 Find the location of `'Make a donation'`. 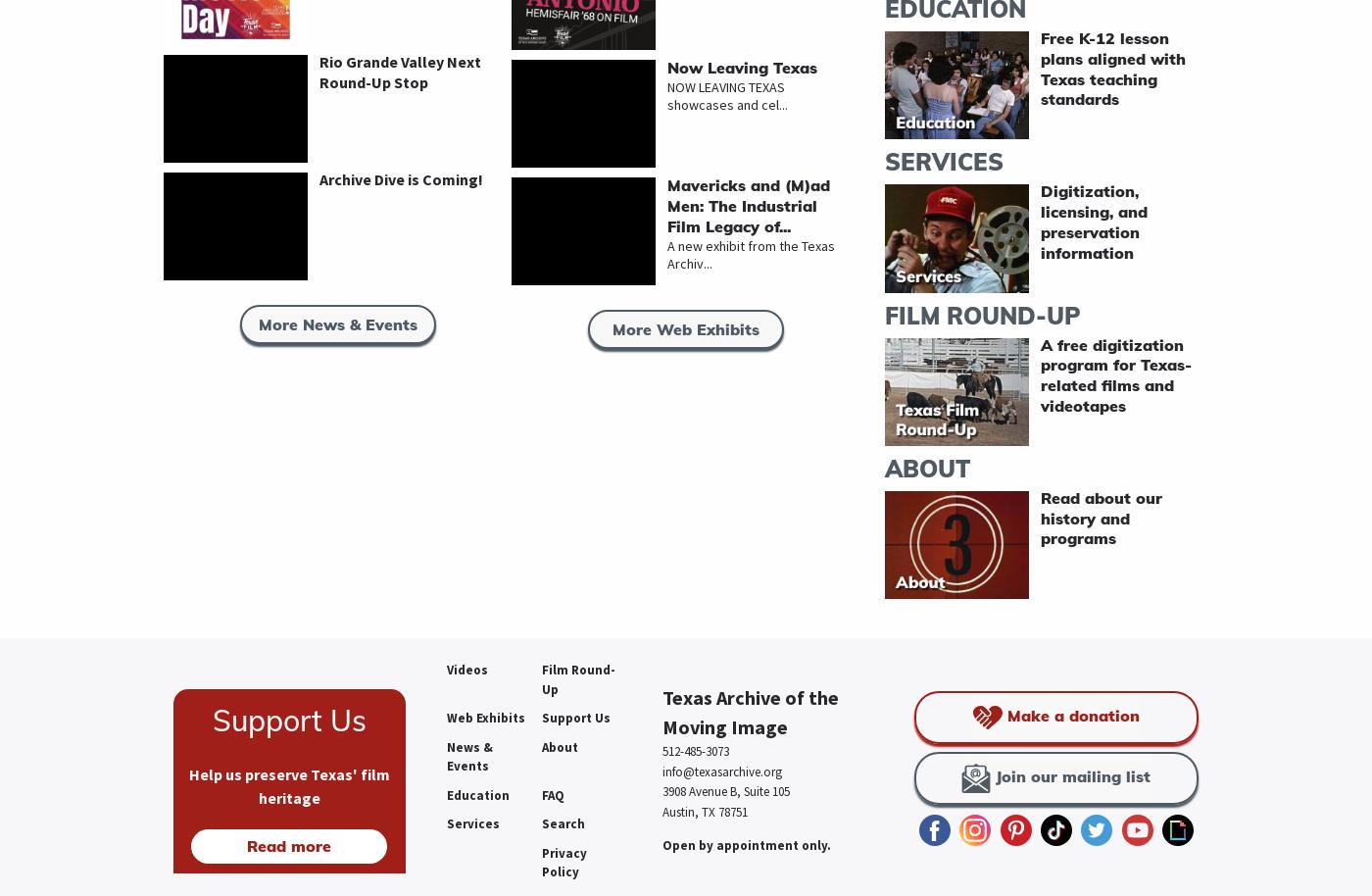

'Make a donation' is located at coordinates (1070, 715).